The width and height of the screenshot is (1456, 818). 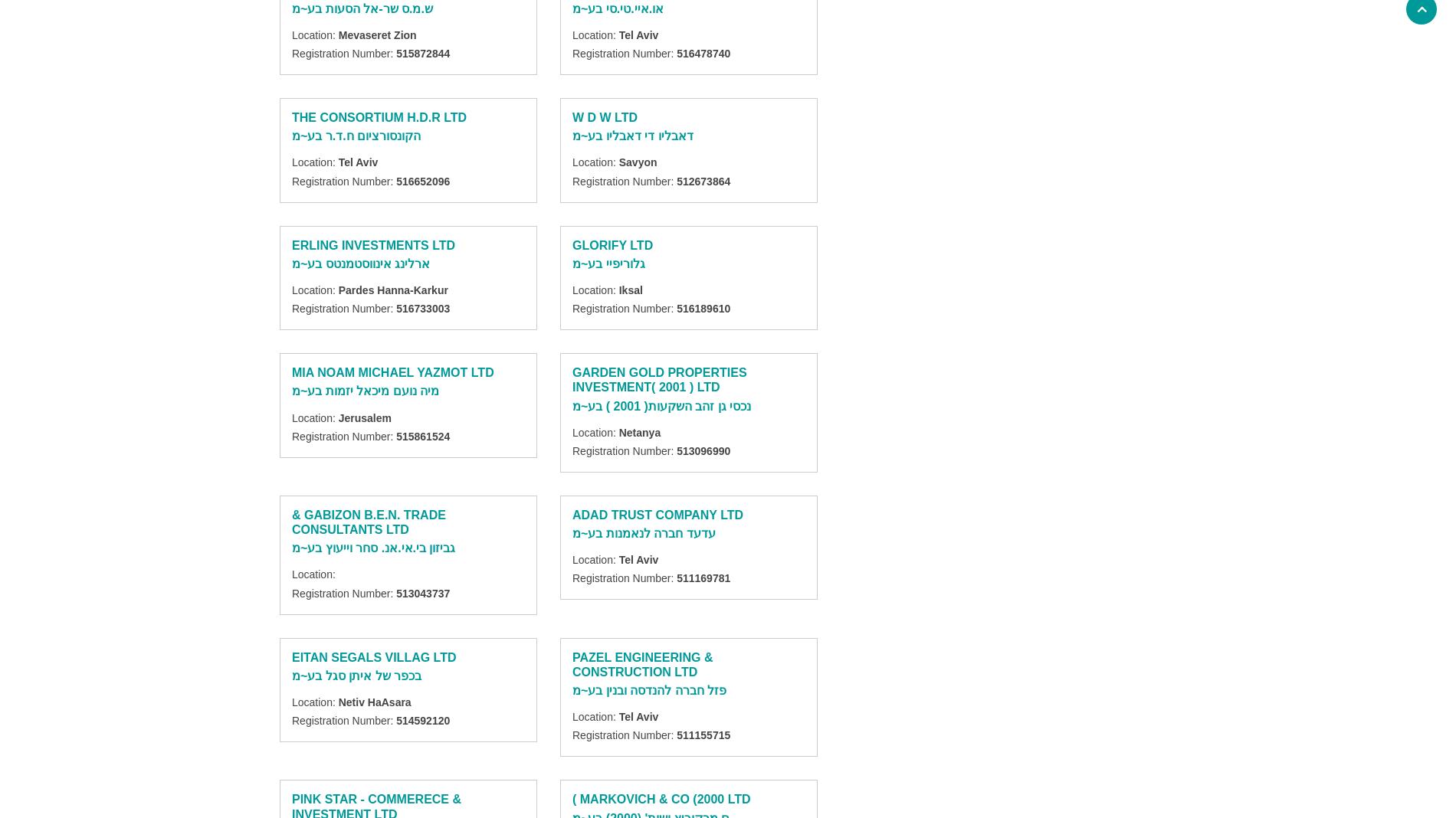 I want to click on 'נכסי גן זהב השקעות( 2001 ) בע~מ', so click(x=661, y=405).